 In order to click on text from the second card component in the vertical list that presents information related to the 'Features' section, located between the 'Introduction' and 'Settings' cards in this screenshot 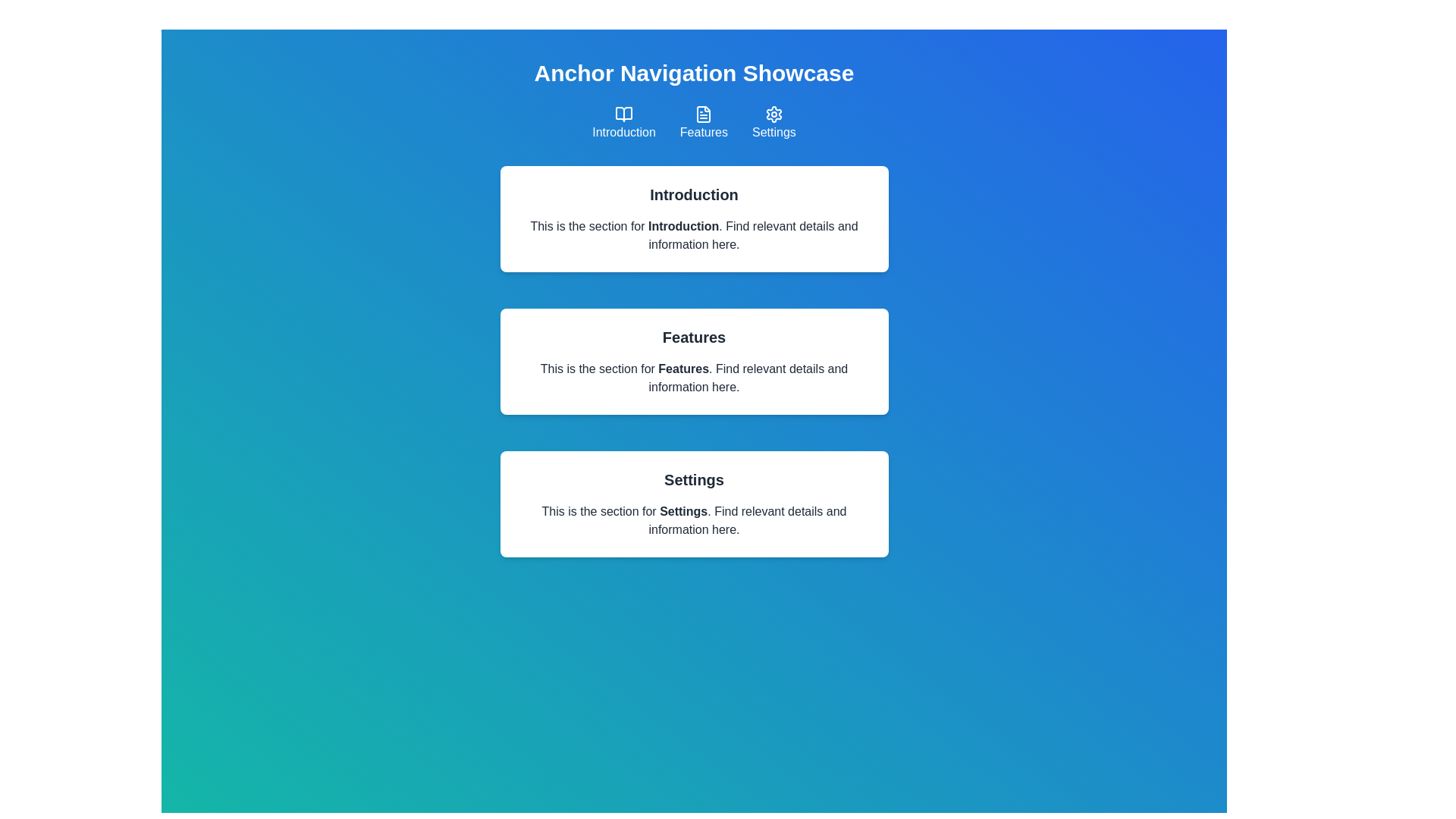, I will do `click(693, 362)`.